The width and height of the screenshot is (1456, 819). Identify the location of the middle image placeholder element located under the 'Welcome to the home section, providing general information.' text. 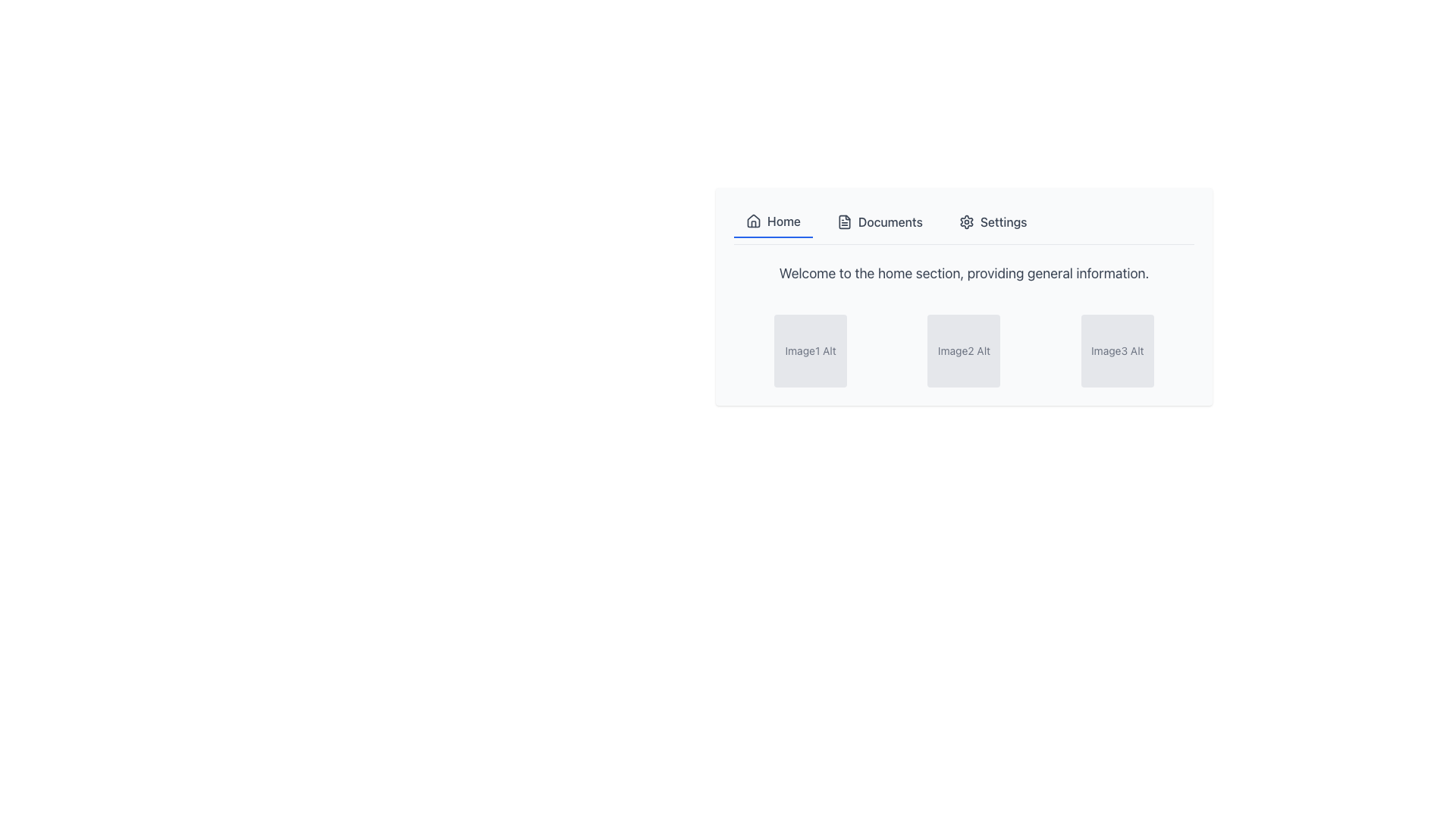
(963, 350).